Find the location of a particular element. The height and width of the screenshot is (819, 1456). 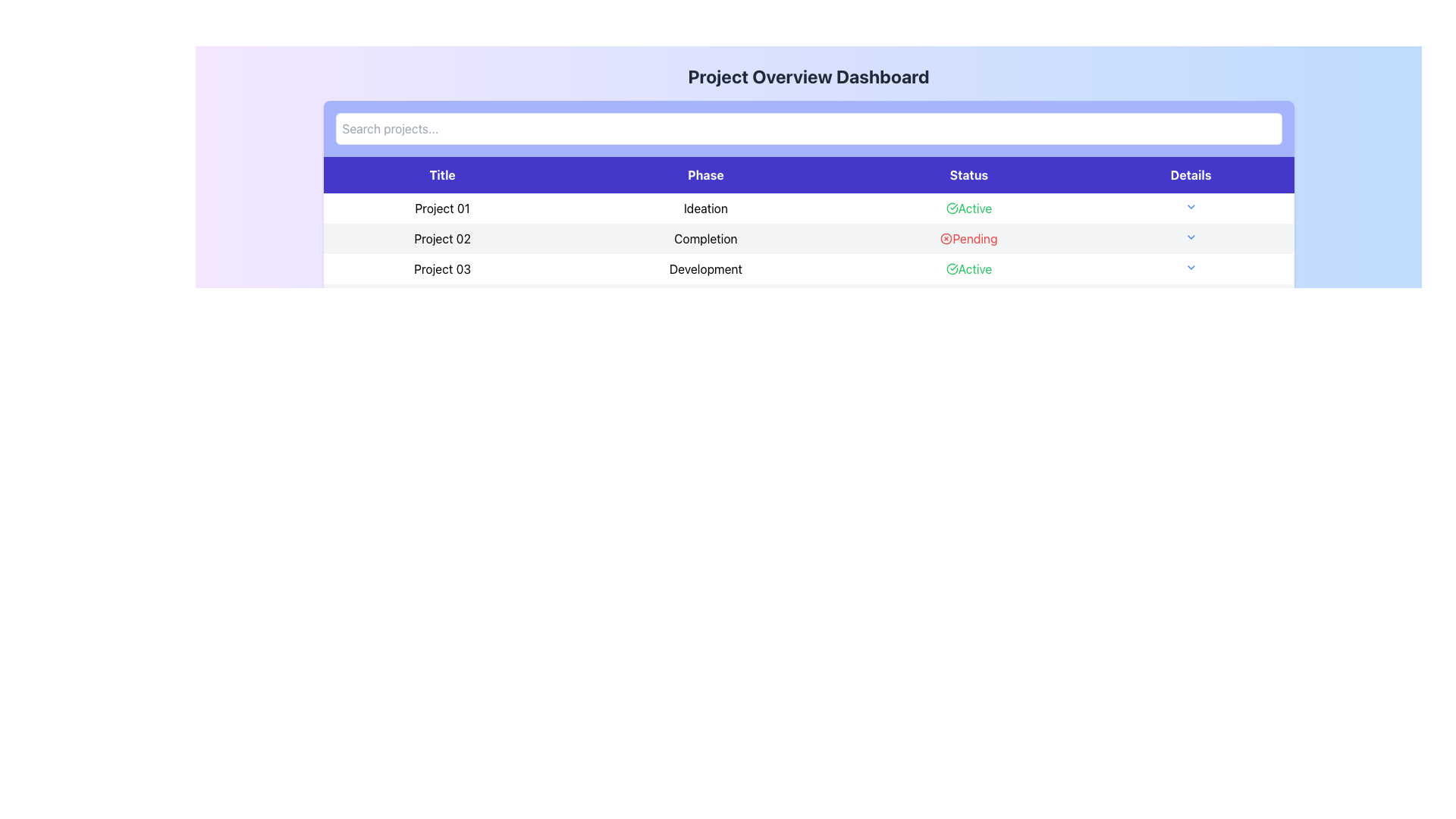

status indicator displaying 'Active' in the third column of the first row under the 'Project Overview Dashboard' heading for any status-specific styles is located at coordinates (968, 208).